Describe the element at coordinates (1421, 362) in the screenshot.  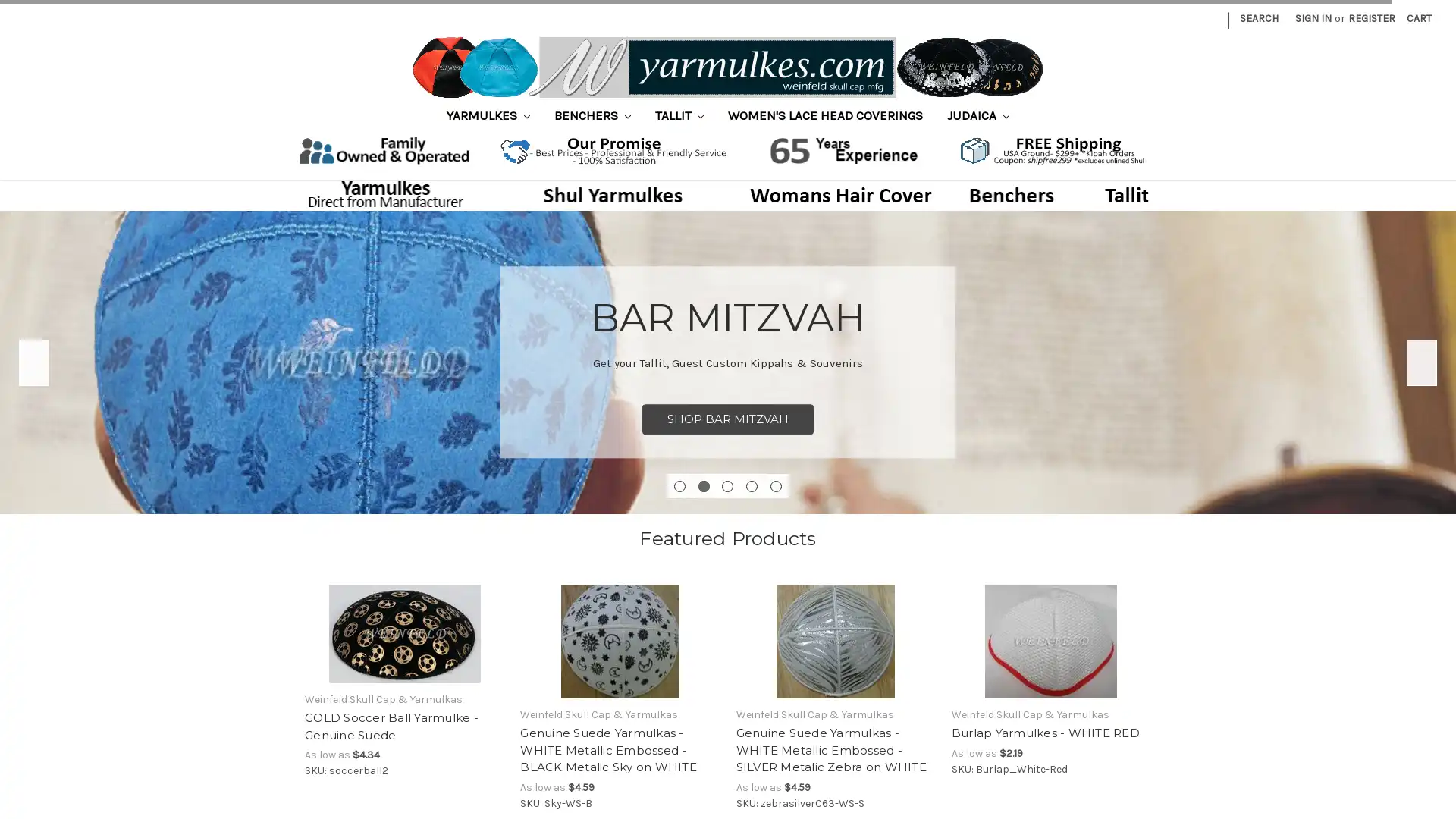
I see `next` at that location.